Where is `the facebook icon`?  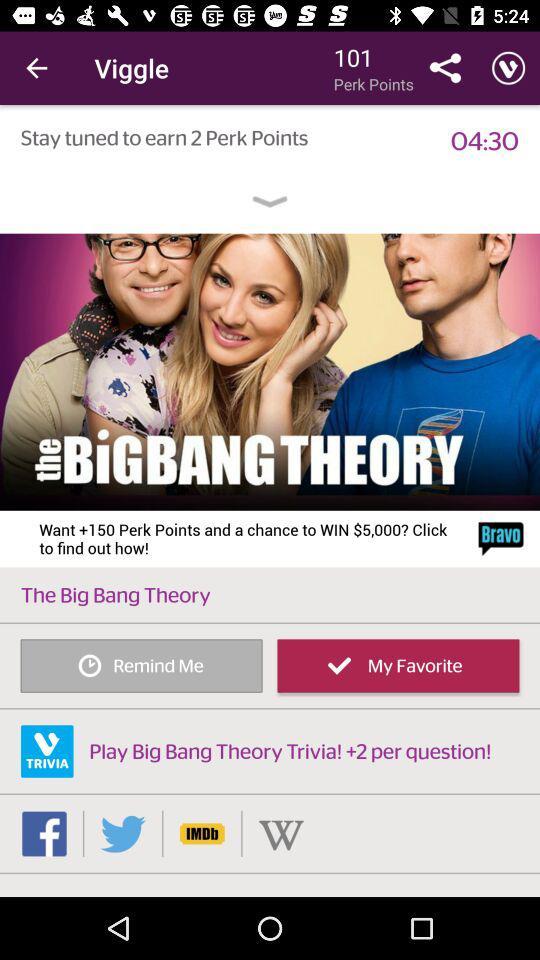
the facebook icon is located at coordinates (44, 833).